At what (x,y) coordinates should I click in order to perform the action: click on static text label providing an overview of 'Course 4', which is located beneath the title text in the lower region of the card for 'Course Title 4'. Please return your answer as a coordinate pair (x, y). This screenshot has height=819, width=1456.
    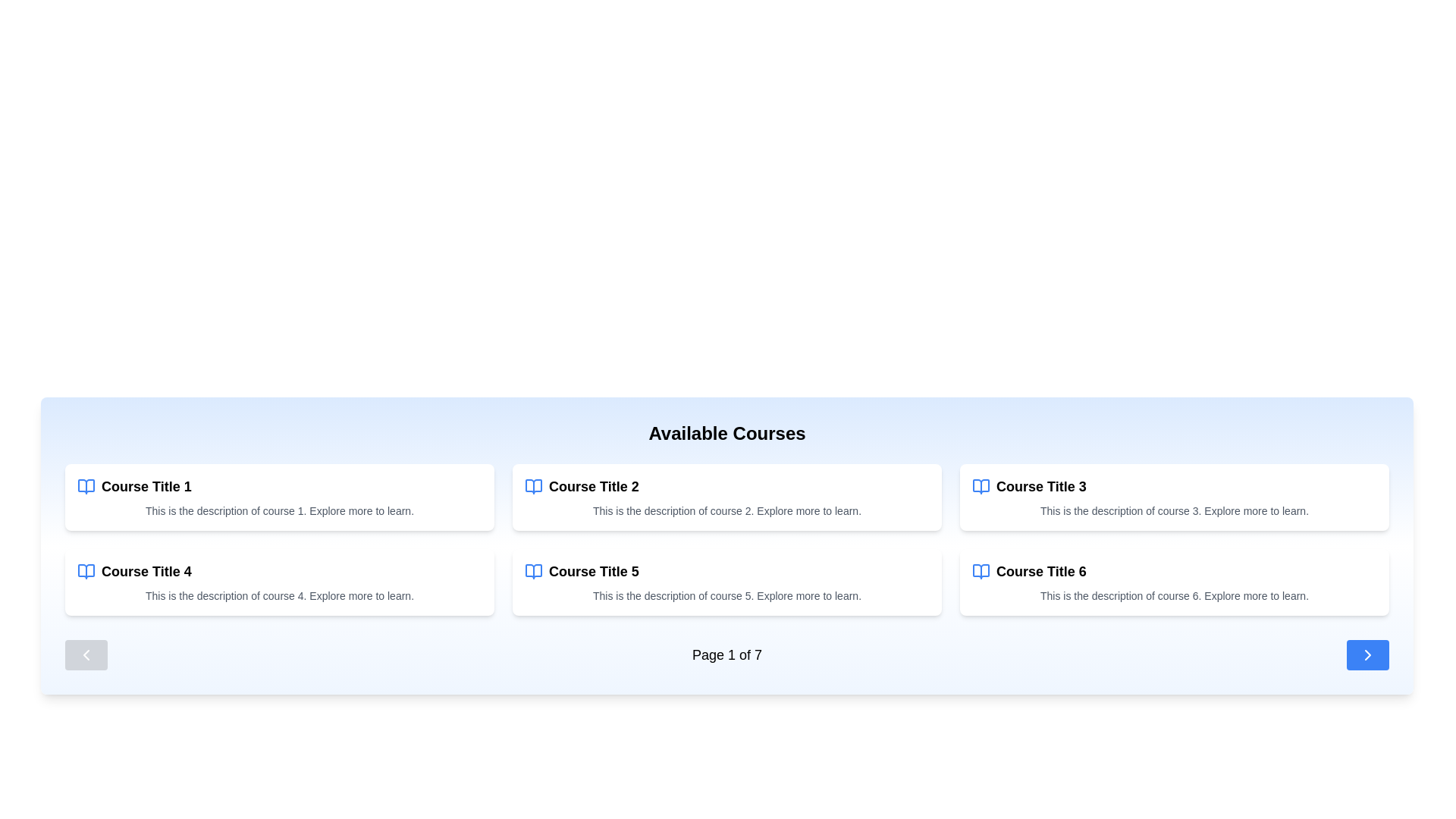
    Looking at the image, I should click on (280, 595).